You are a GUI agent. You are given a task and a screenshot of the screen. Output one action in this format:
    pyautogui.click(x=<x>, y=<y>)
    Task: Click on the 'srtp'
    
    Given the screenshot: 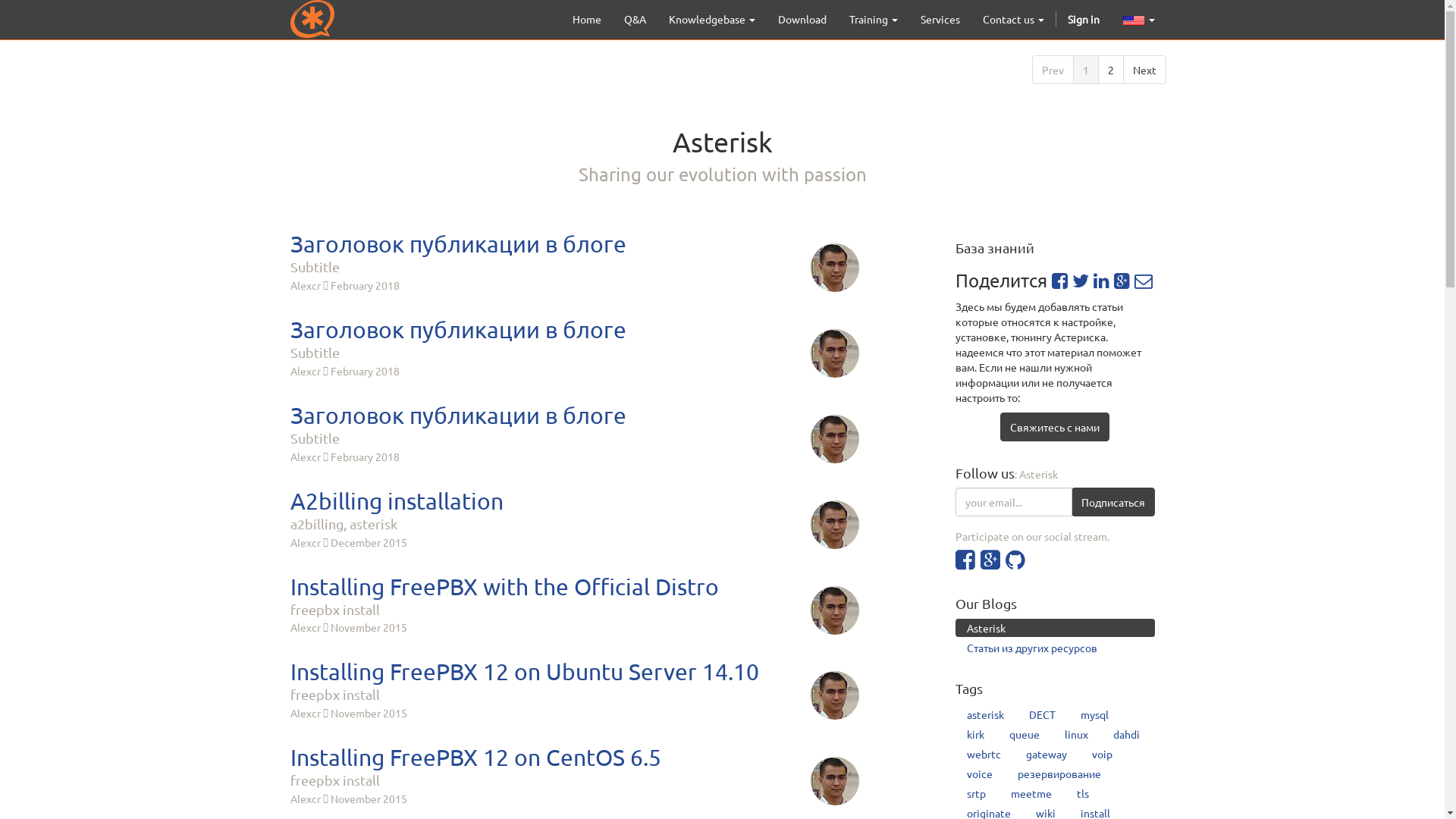 What is the action you would take?
    pyautogui.click(x=976, y=792)
    